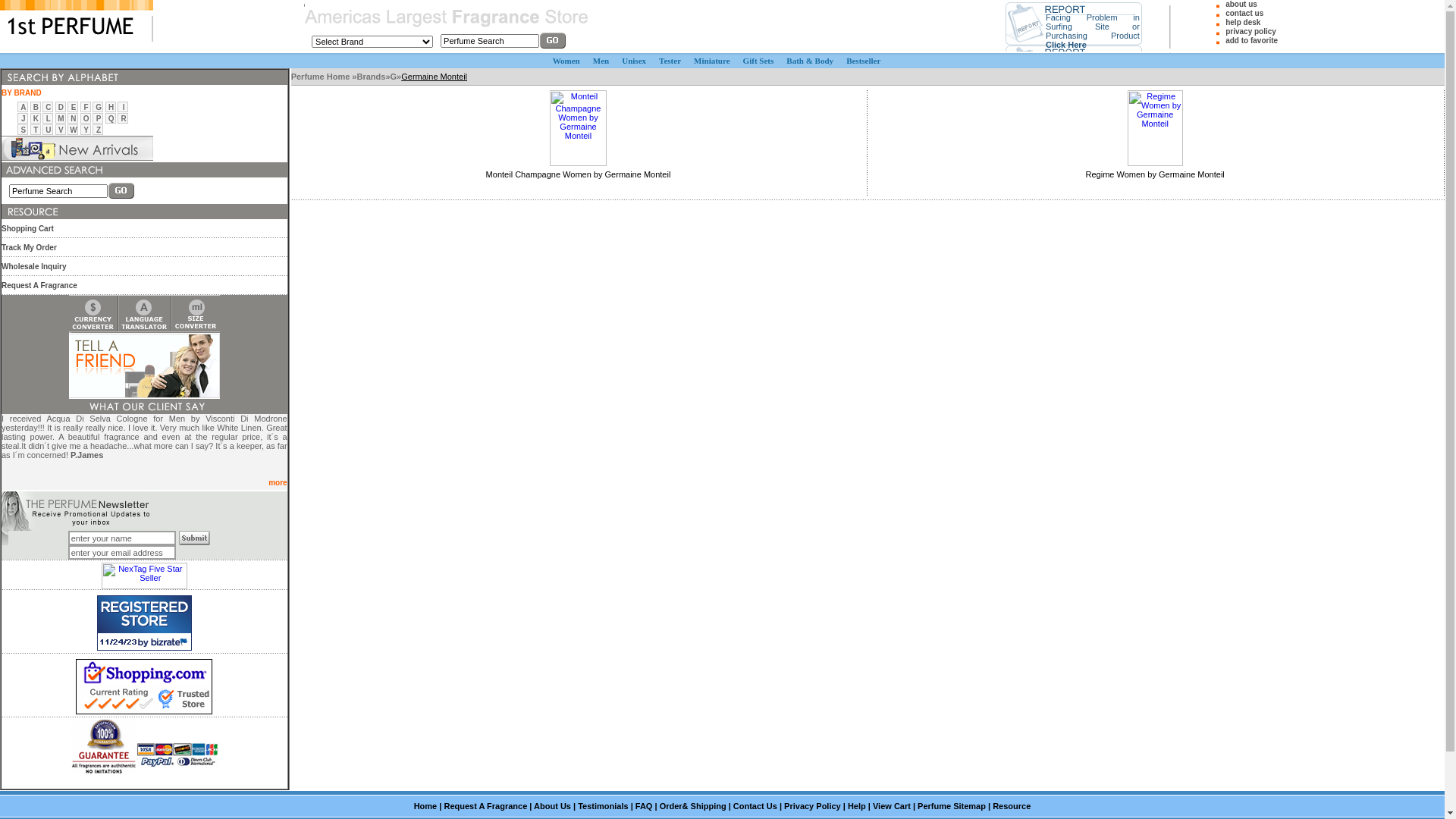 This screenshot has height=819, width=1456. What do you see at coordinates (1012, 805) in the screenshot?
I see `'Resource'` at bounding box center [1012, 805].